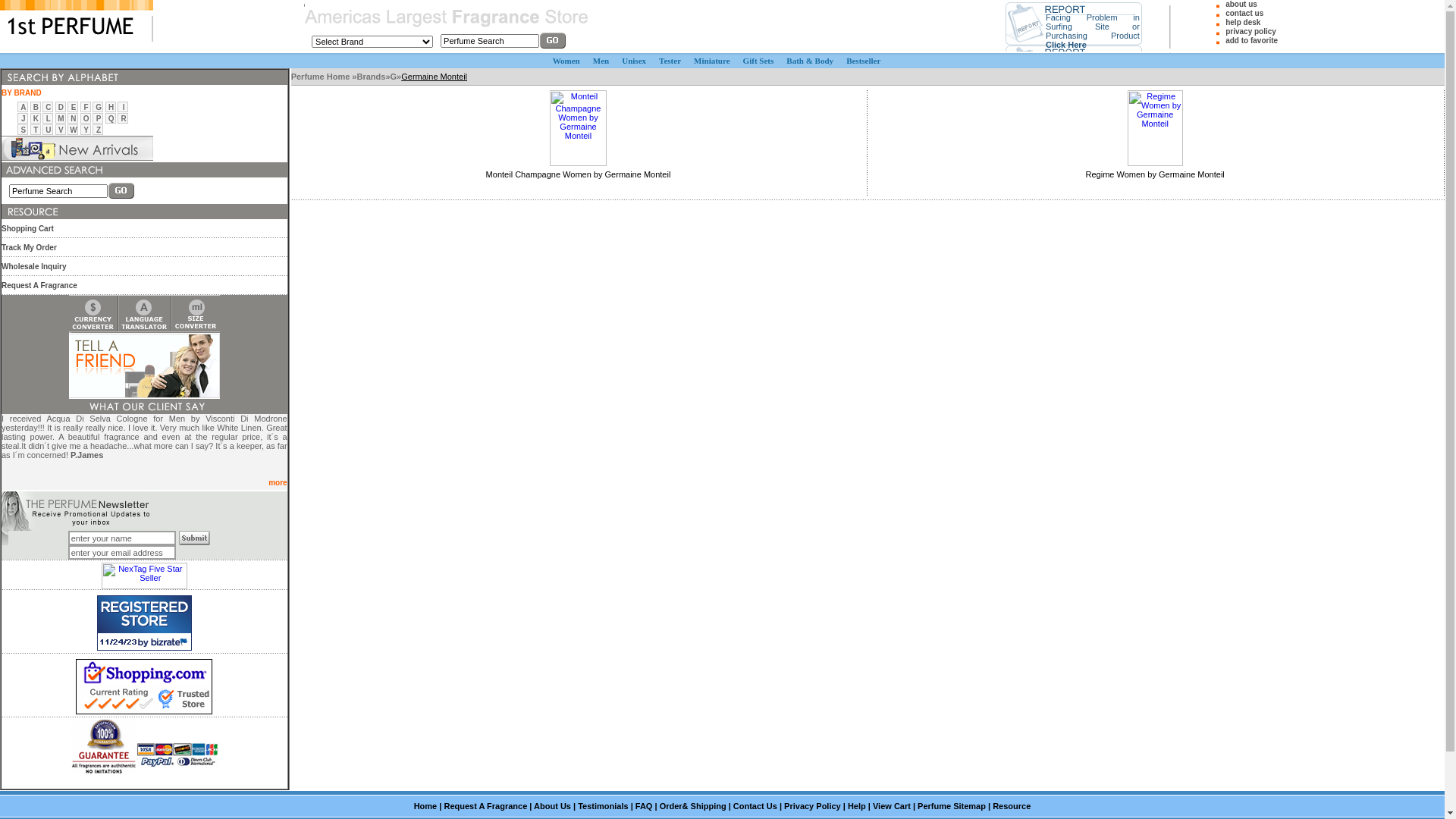 This screenshot has height=819, width=1456. What do you see at coordinates (1012, 805) in the screenshot?
I see `'Resource'` at bounding box center [1012, 805].